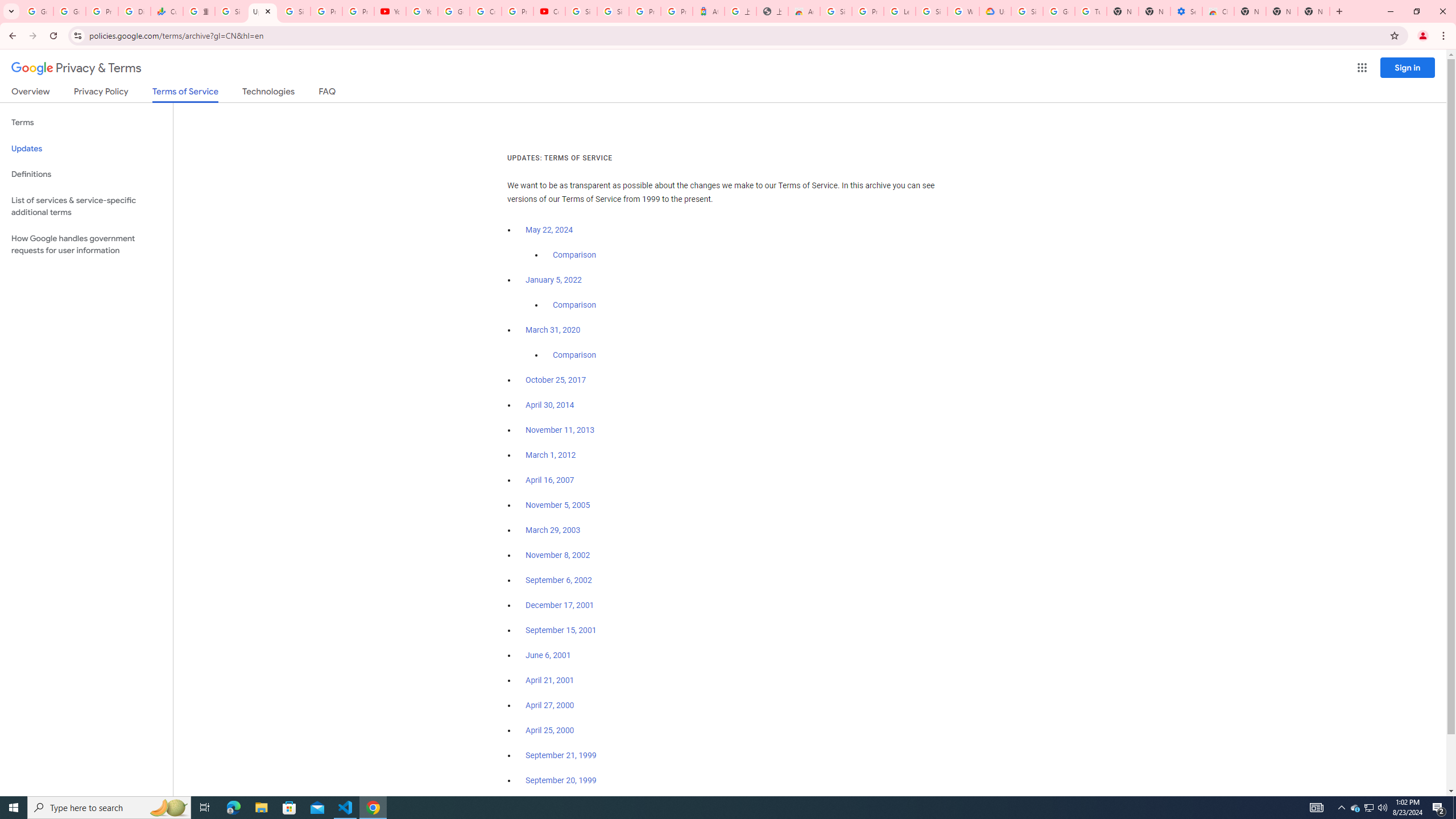 The width and height of the screenshot is (1456, 819). Describe the element at coordinates (167, 11) in the screenshot. I see `'Currencies - Google Finance'` at that location.